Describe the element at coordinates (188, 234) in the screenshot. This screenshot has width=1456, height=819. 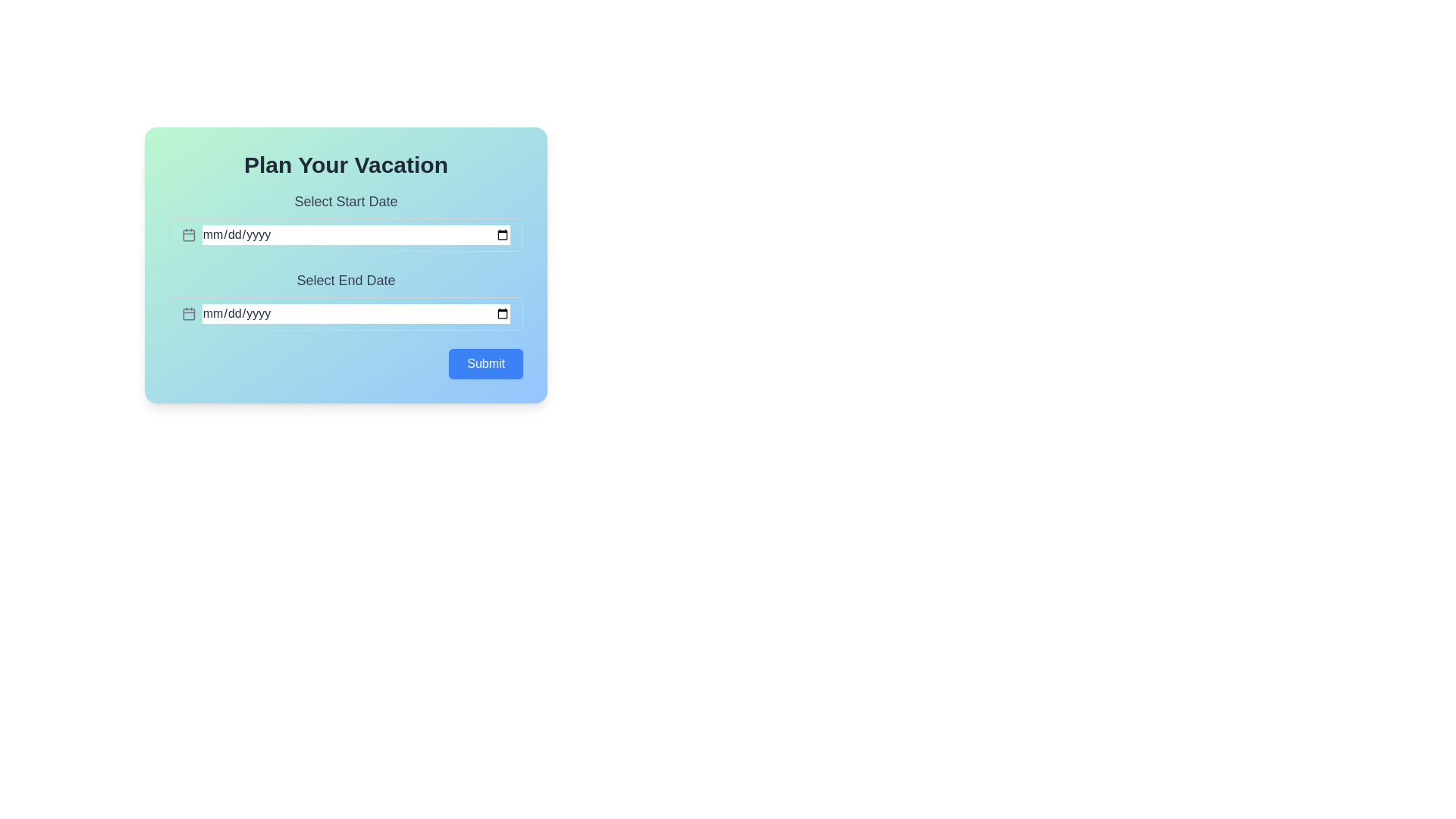
I see `the compact calendar icon located to the left of the top input field, which has a square outline and two vertical bars at the top` at that location.